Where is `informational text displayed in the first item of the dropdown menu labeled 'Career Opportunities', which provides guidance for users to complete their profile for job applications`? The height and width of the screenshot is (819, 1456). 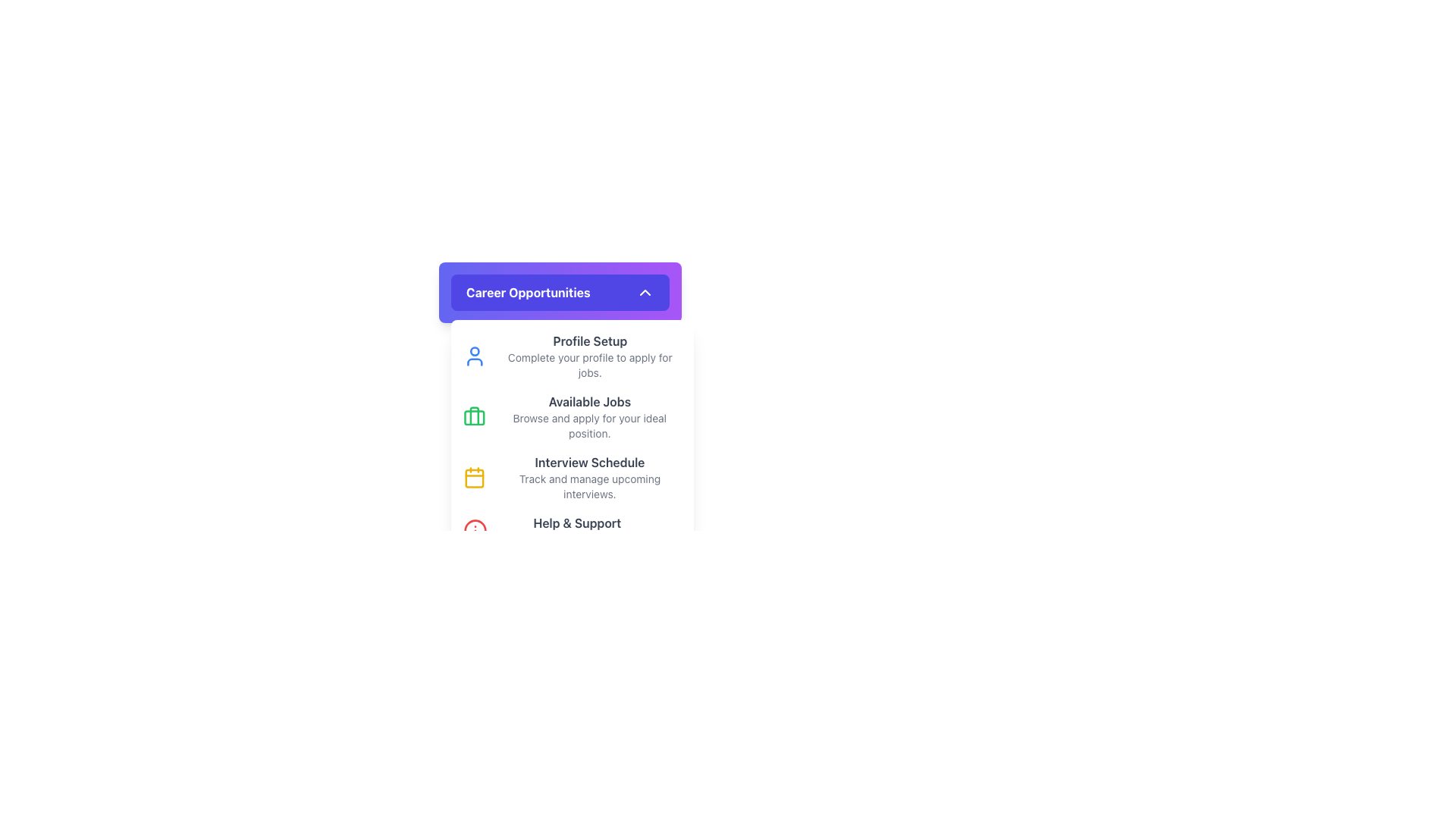 informational text displayed in the first item of the dropdown menu labeled 'Career Opportunities', which provides guidance for users to complete their profile for job applications is located at coordinates (571, 356).